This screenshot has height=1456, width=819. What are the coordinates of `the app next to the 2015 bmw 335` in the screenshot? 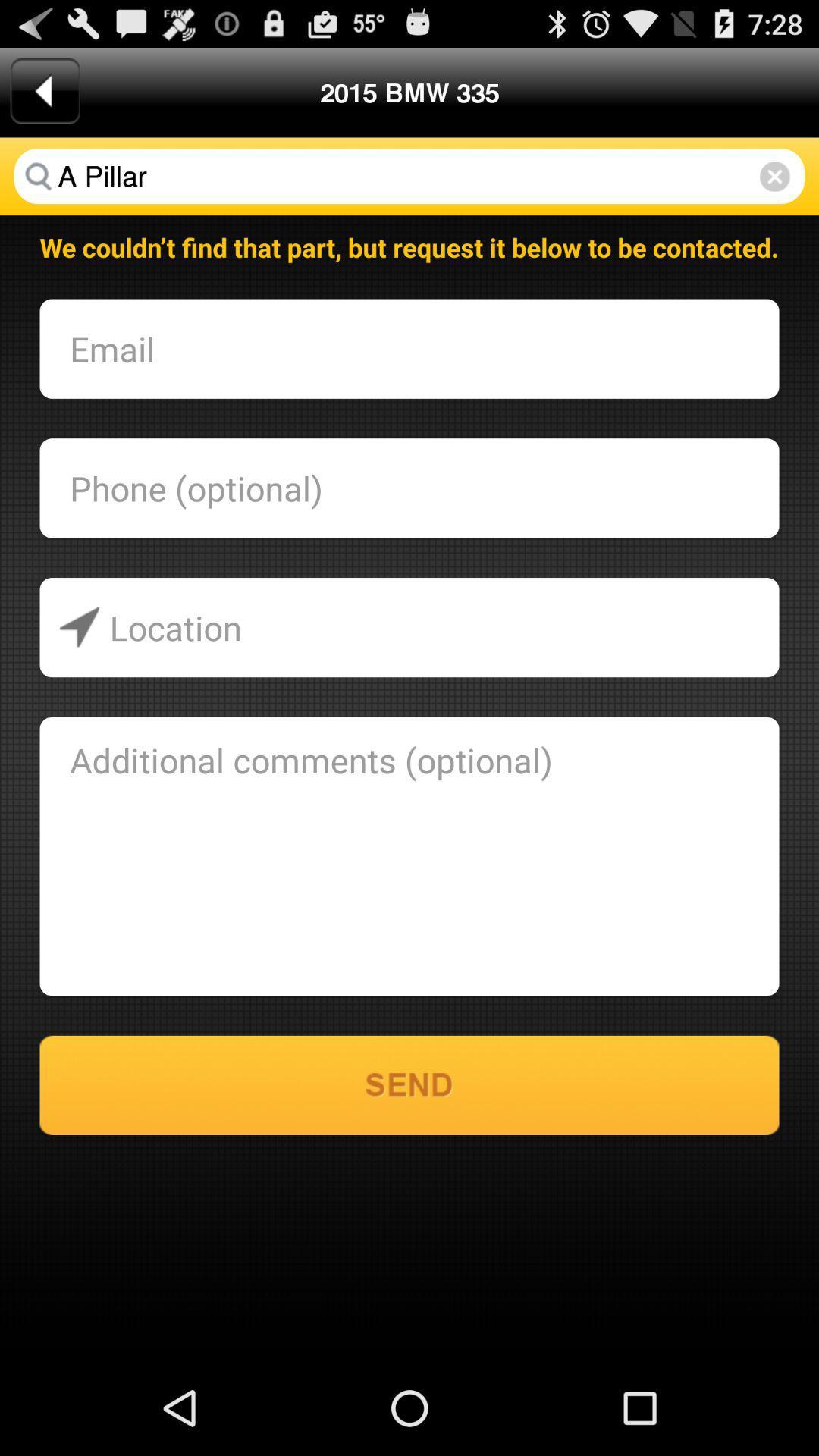 It's located at (44, 90).